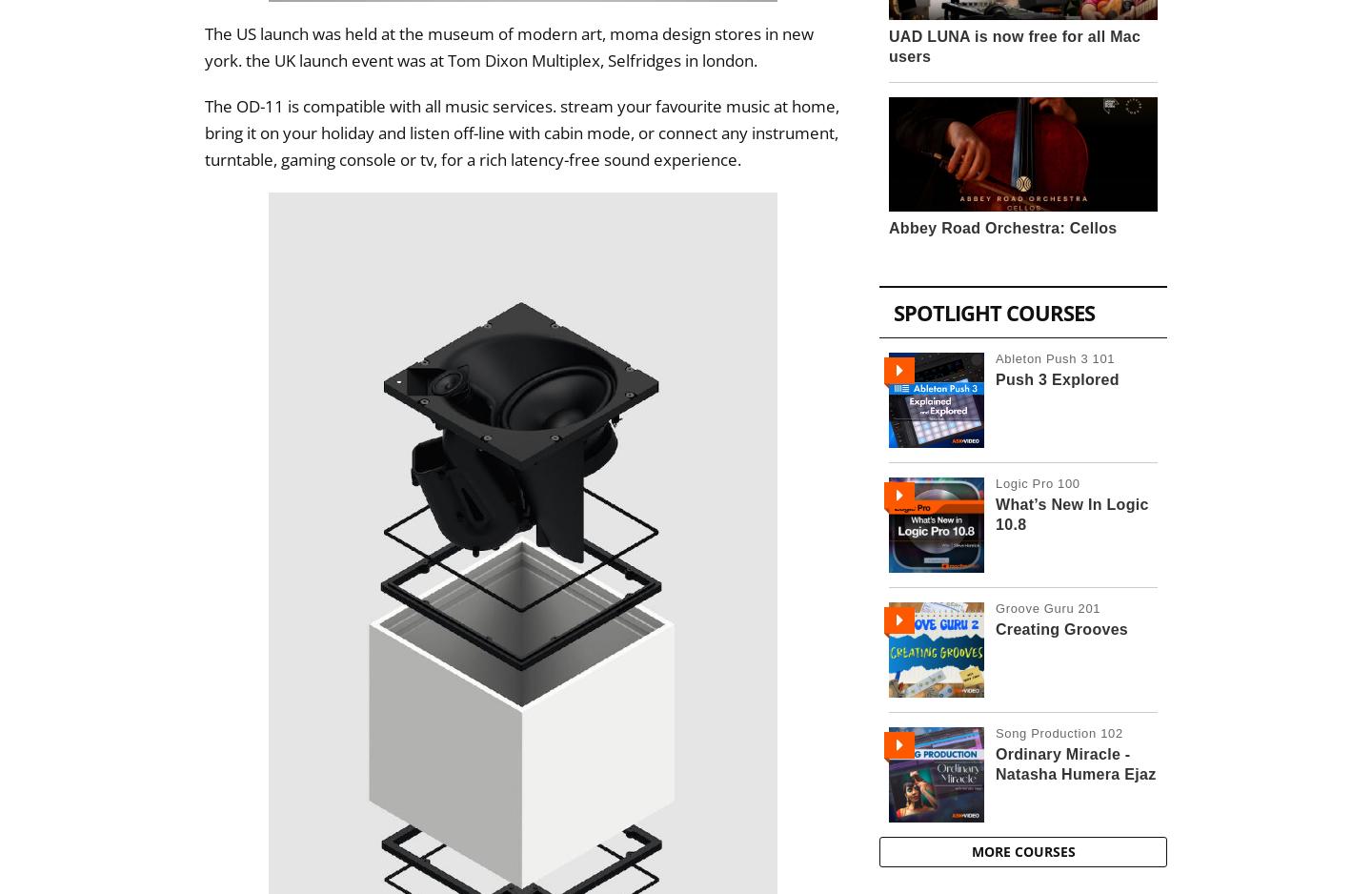  What do you see at coordinates (1015, 45) in the screenshot?
I see `'UAD LUNA is now free for all Mac users'` at bounding box center [1015, 45].